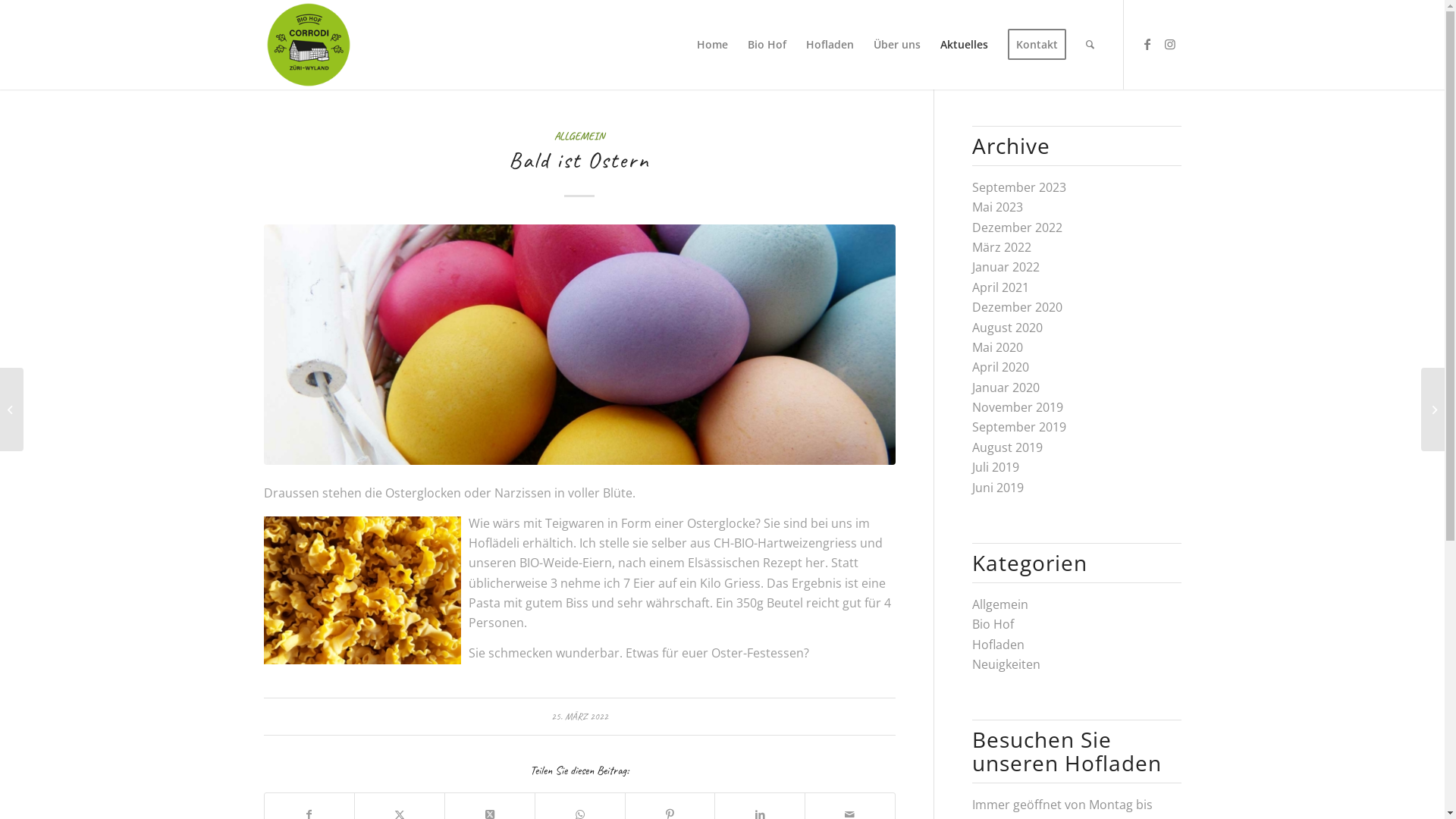  What do you see at coordinates (553, 134) in the screenshot?
I see `'ALLGEMEIN'` at bounding box center [553, 134].